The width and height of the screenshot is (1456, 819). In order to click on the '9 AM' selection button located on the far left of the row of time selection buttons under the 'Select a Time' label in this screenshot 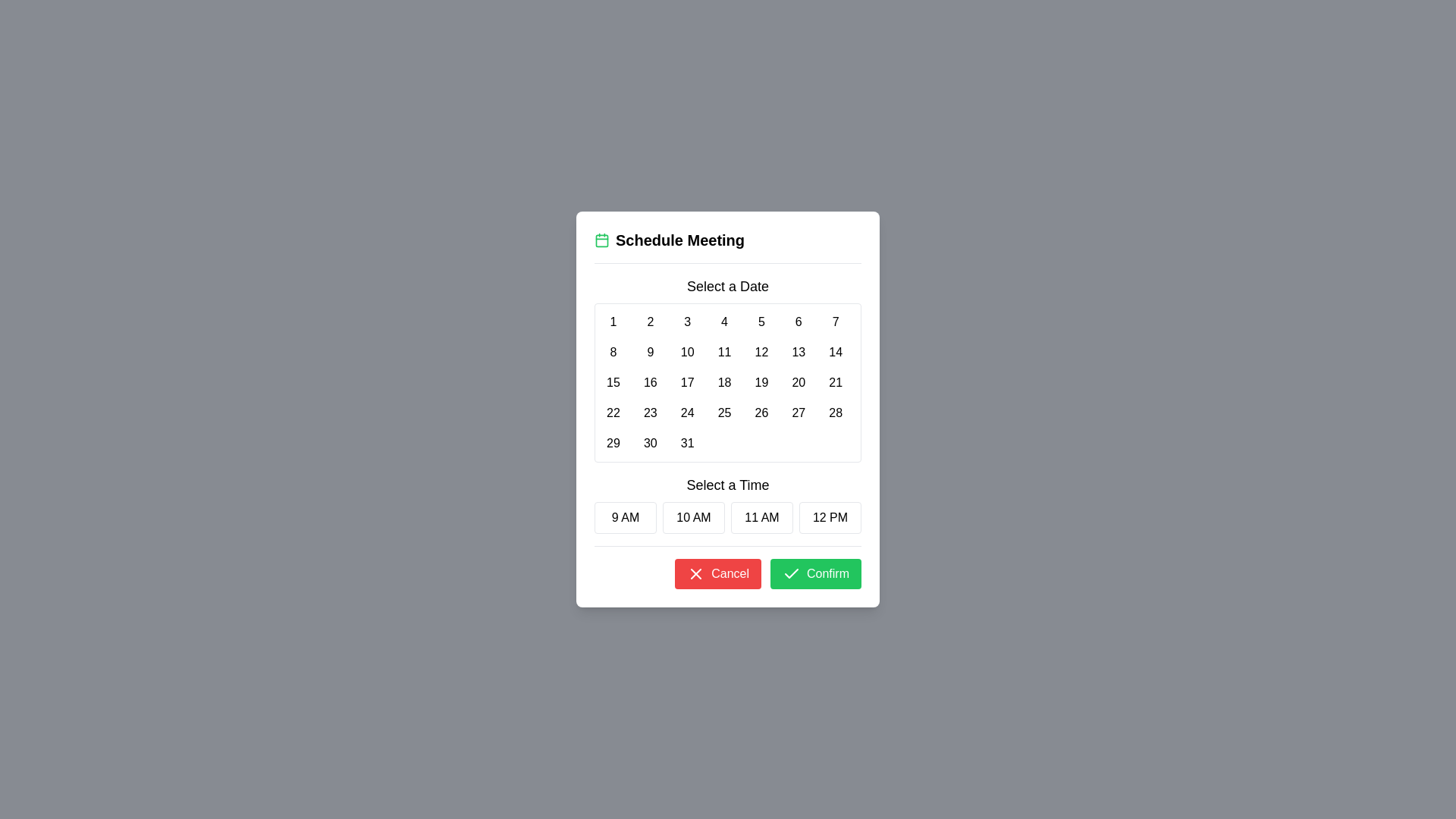, I will do `click(626, 516)`.